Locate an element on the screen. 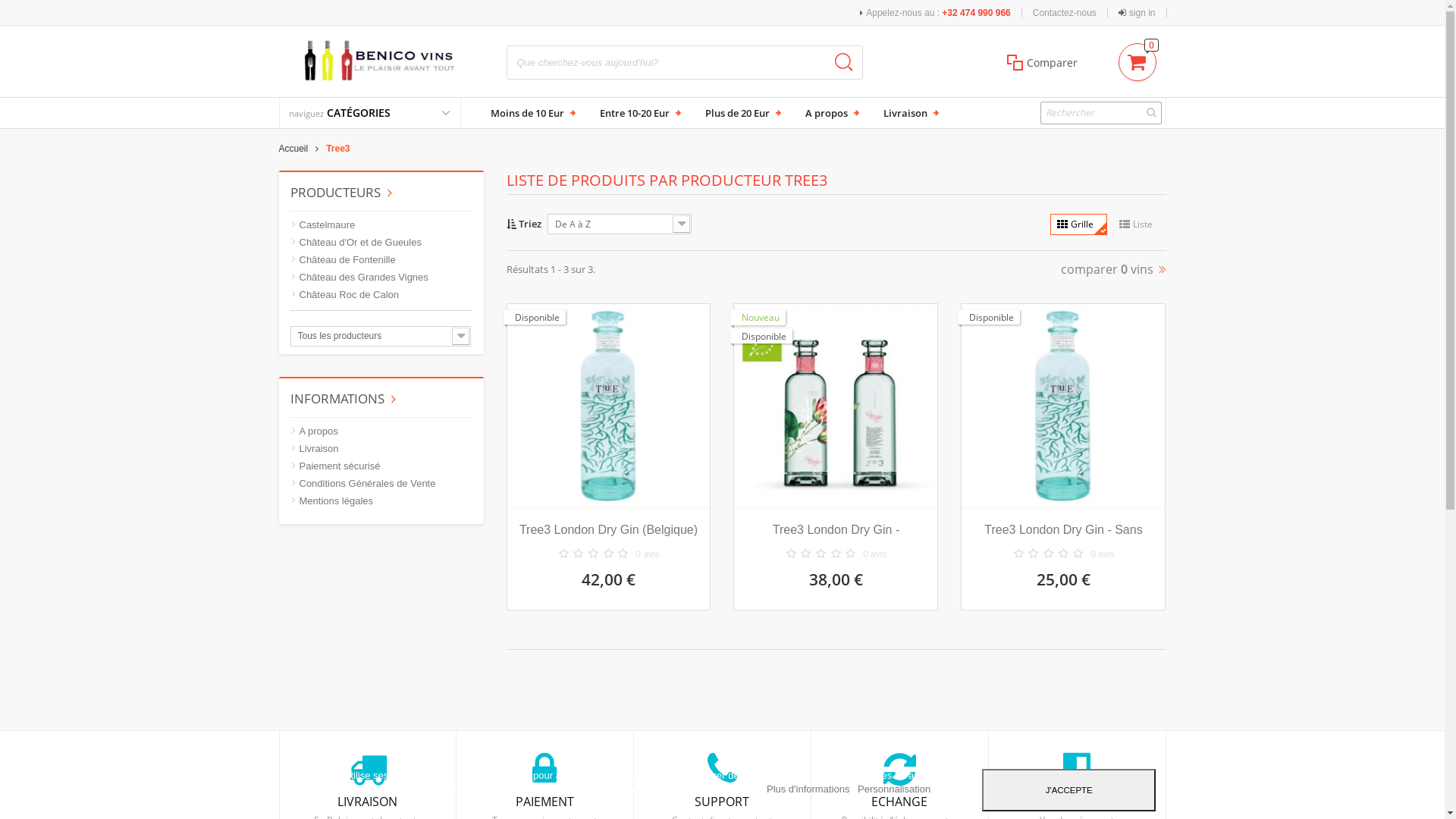 The image size is (1456, 819). 'INFORMATIONS' is located at coordinates (341, 397).